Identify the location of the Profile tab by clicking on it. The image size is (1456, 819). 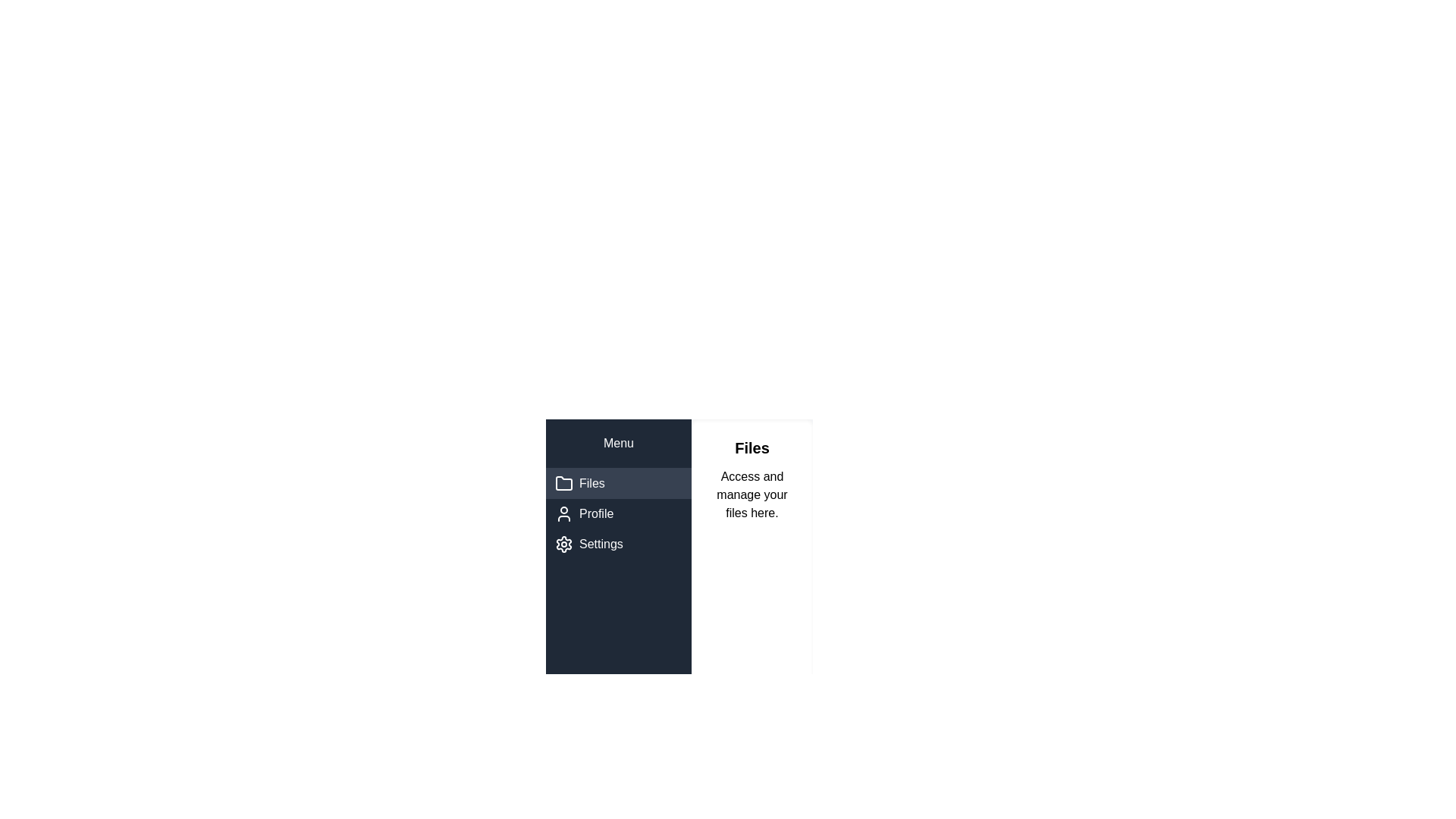
(619, 513).